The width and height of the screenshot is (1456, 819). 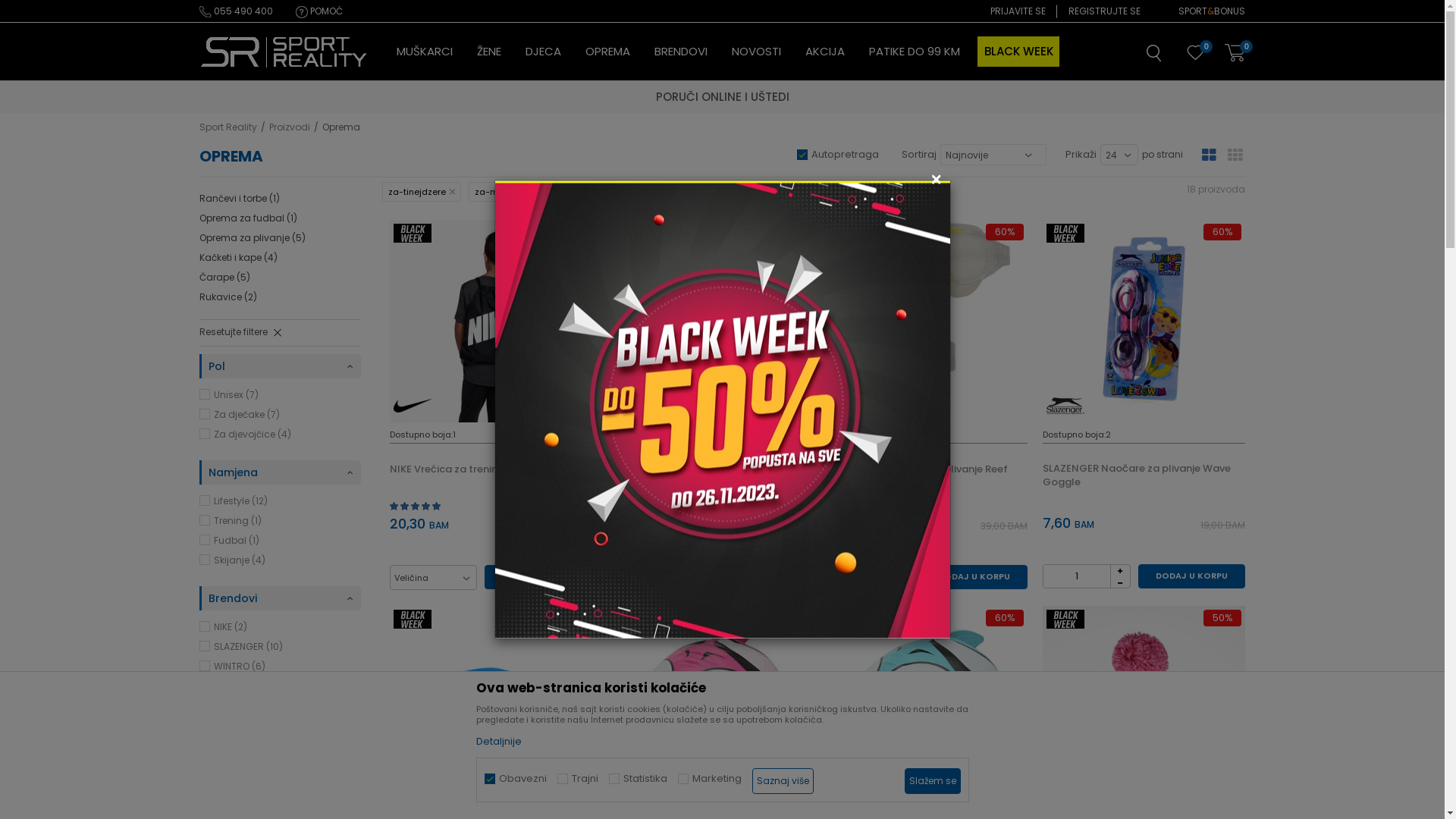 I want to click on 'SPORT&BONUS', so click(x=1211, y=11).